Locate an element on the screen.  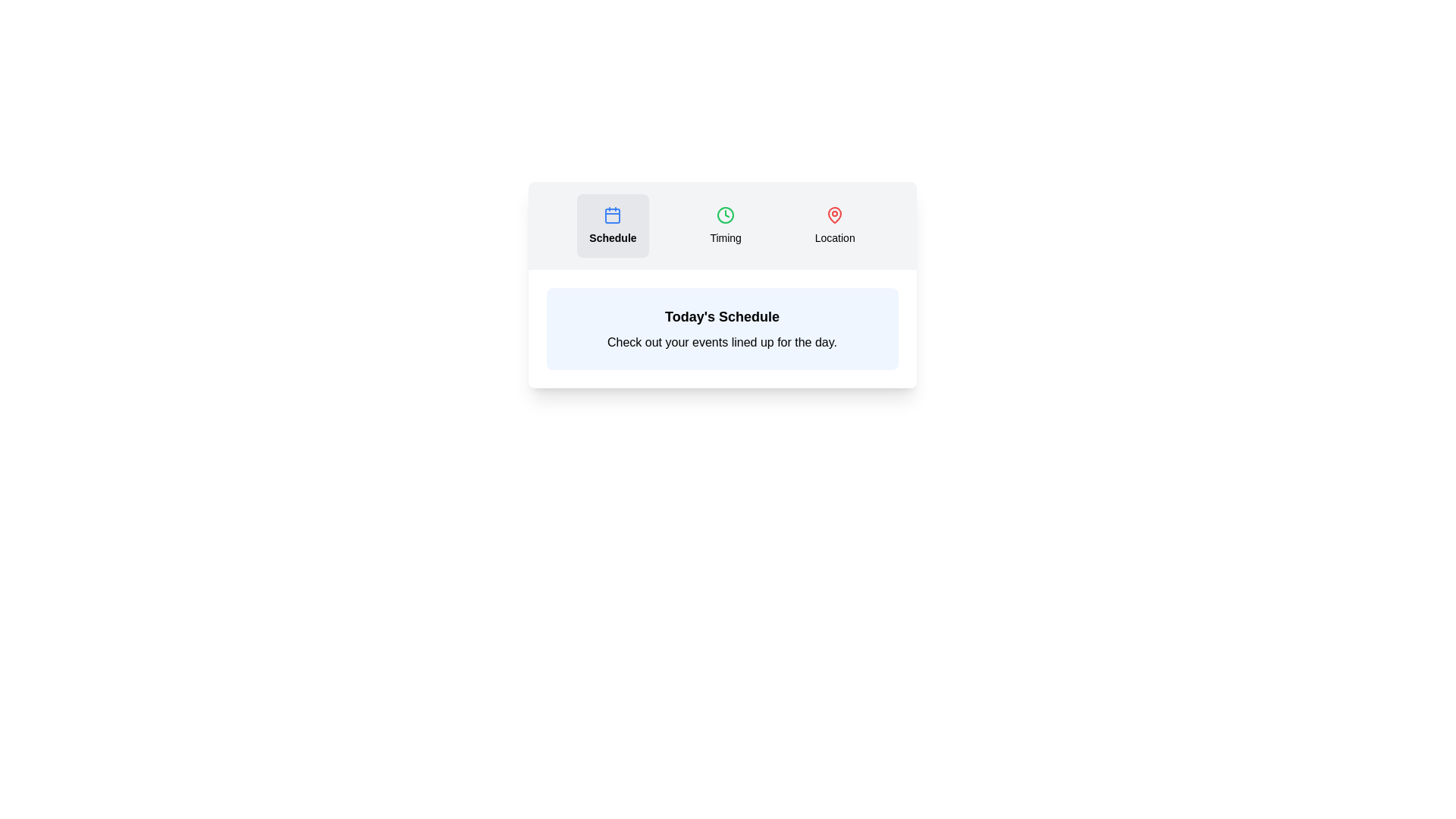
the tab labeled Location is located at coordinates (834, 225).